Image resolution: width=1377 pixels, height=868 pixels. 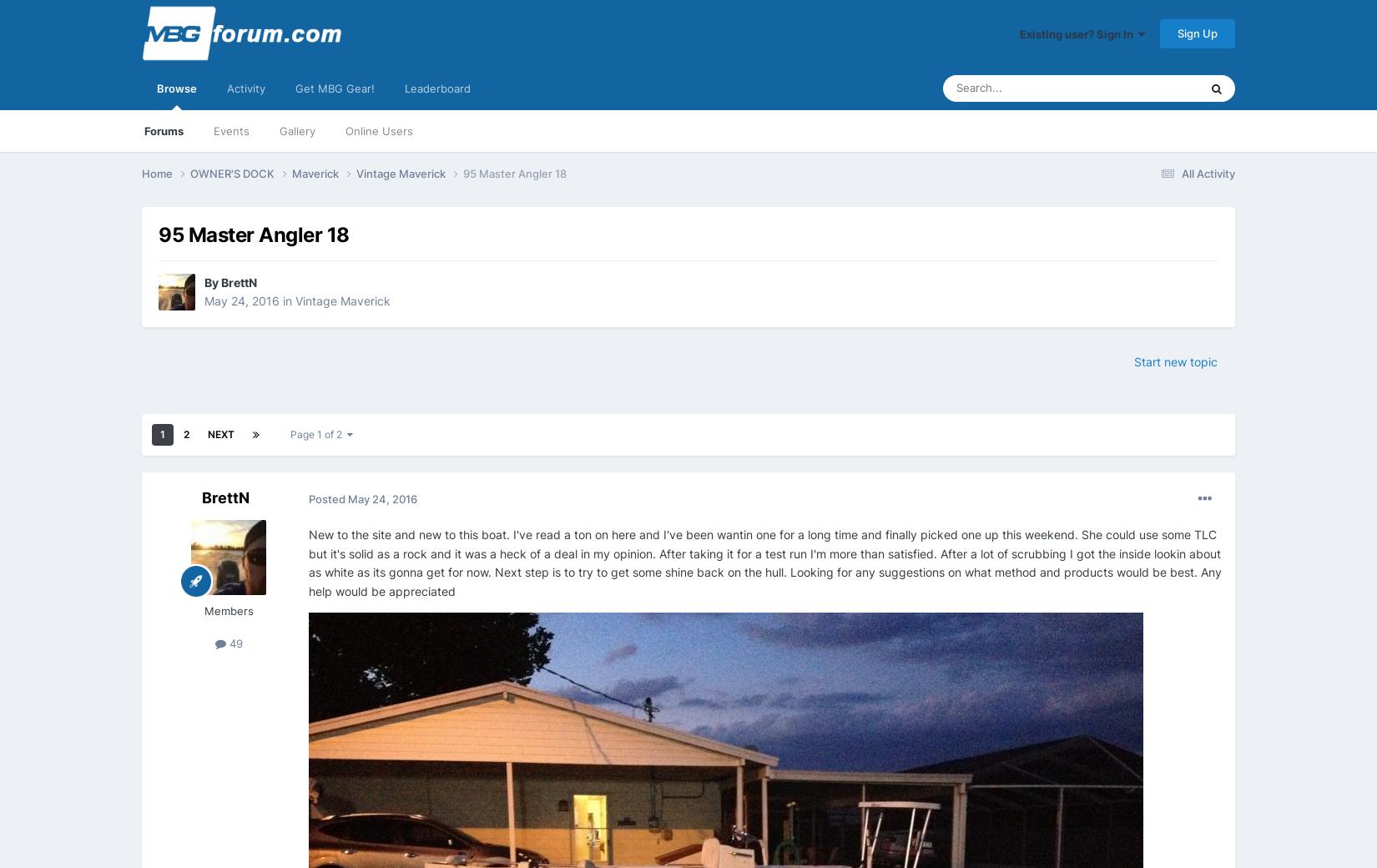 What do you see at coordinates (220, 434) in the screenshot?
I see `'Next'` at bounding box center [220, 434].